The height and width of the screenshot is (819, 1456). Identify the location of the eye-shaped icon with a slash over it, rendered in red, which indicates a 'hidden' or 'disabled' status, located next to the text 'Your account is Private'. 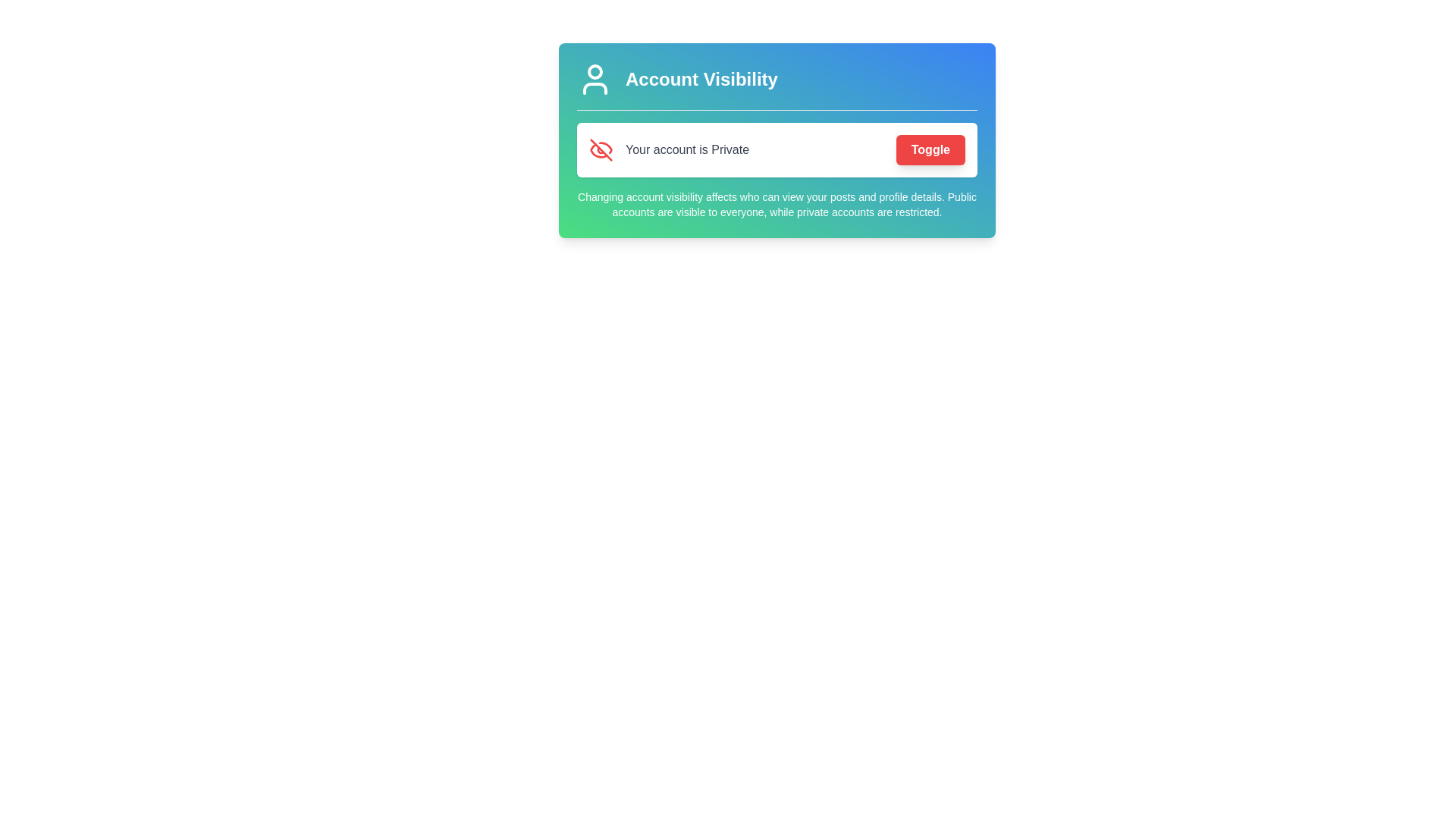
(600, 149).